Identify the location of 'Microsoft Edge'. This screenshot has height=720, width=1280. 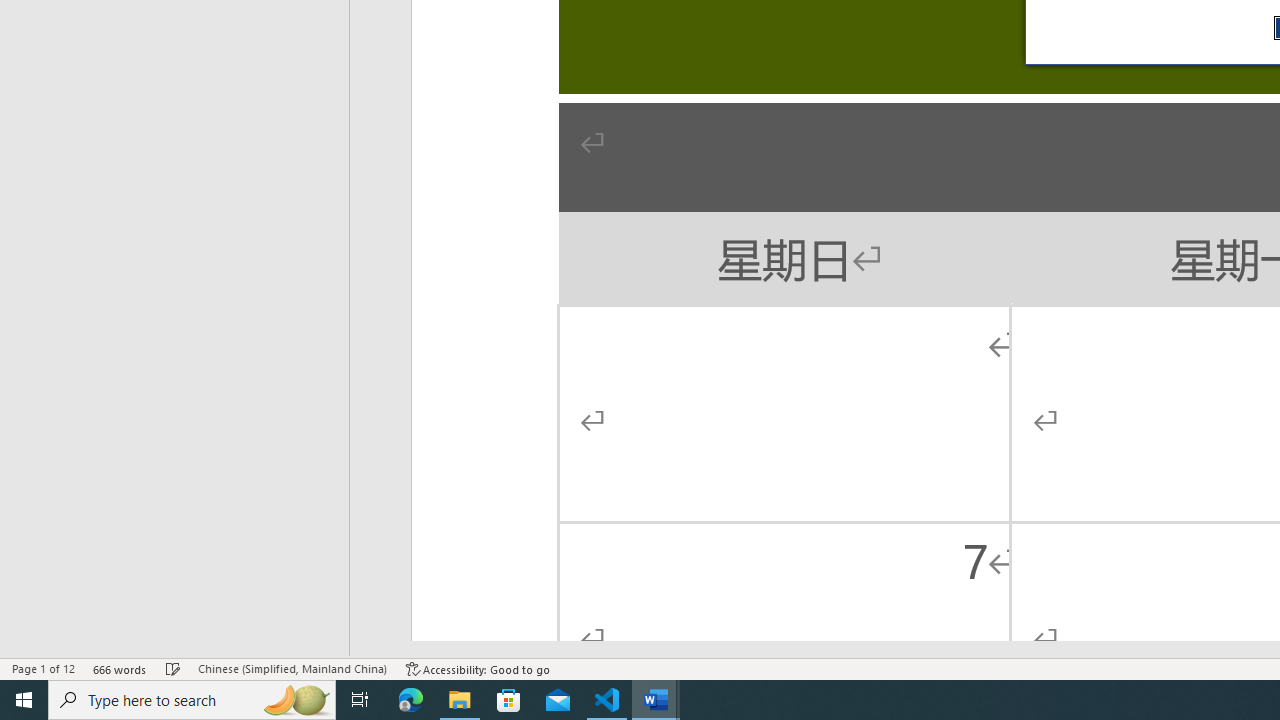
(410, 698).